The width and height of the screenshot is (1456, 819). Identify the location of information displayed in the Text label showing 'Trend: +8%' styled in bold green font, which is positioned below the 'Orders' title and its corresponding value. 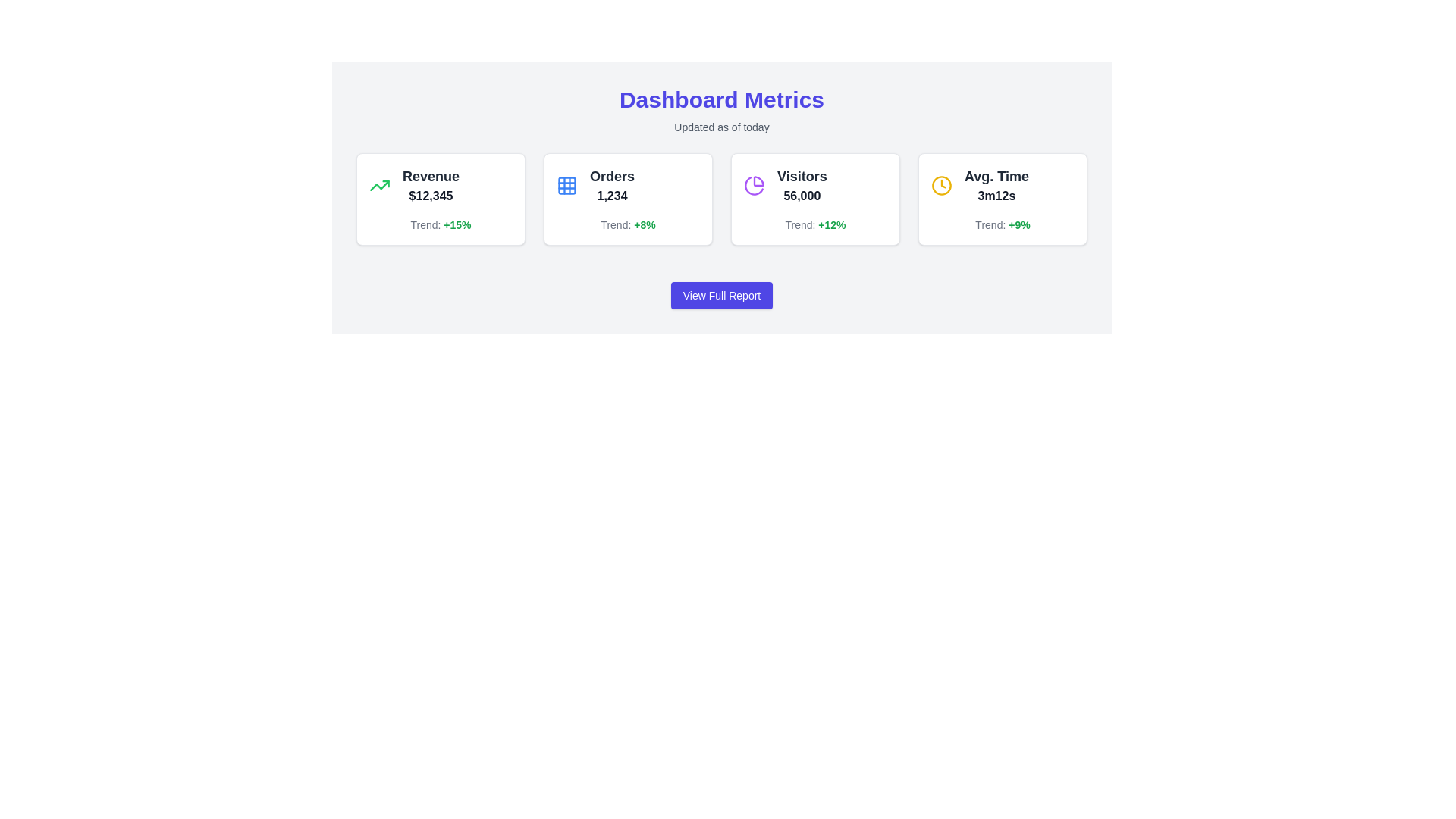
(628, 225).